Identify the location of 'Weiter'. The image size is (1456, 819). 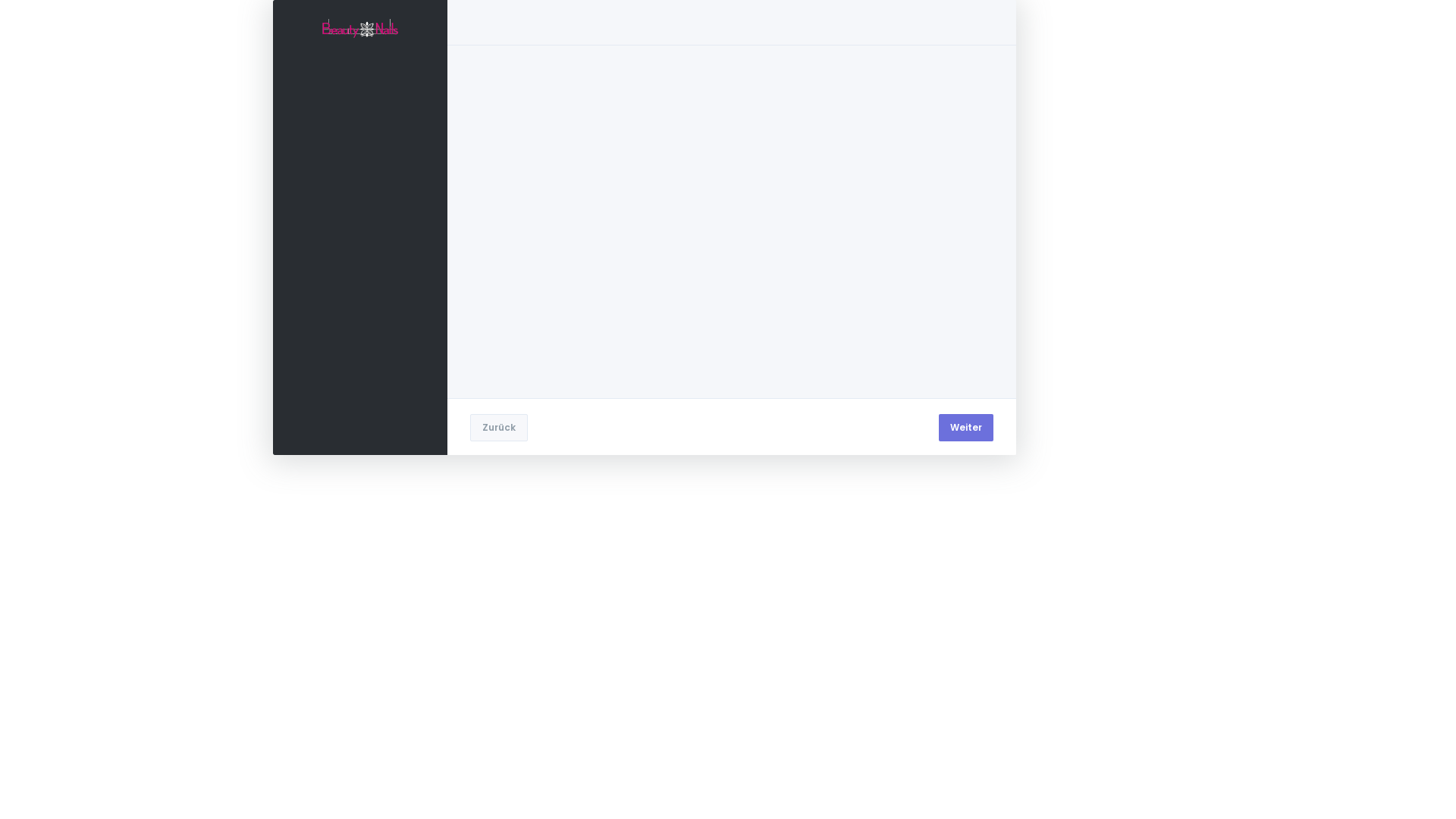
(938, 427).